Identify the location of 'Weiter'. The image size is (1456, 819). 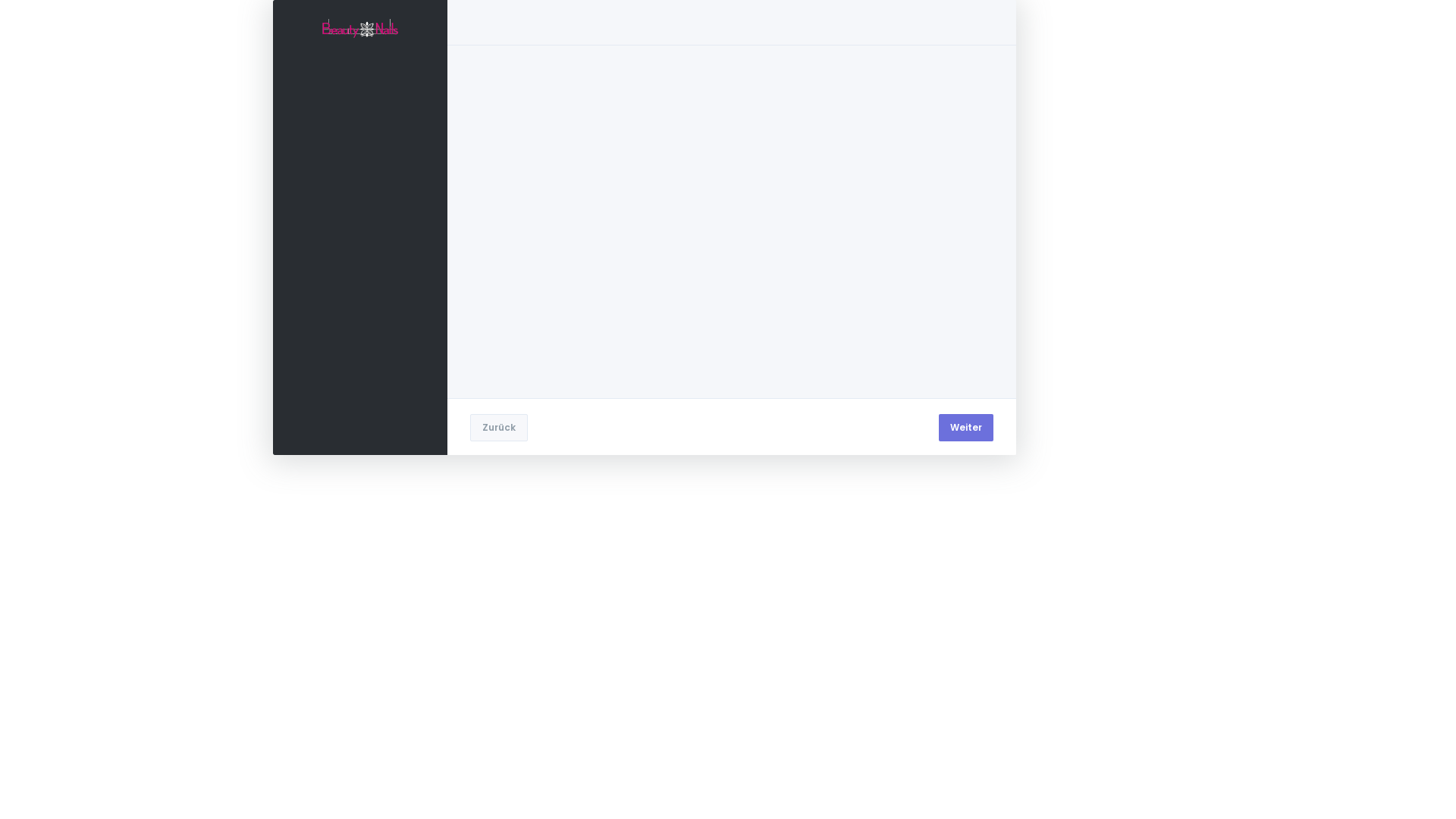
(938, 427).